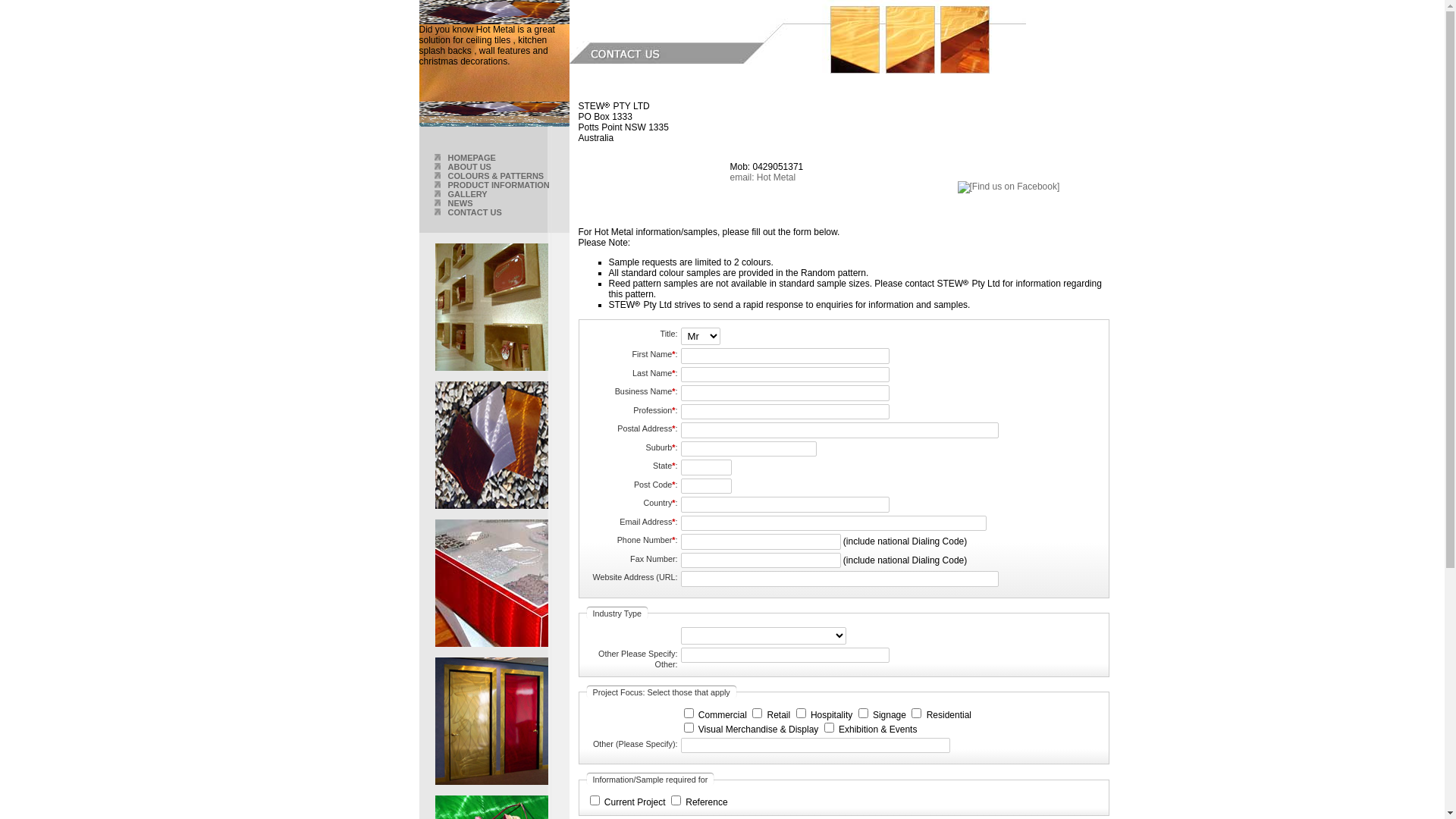  Describe the element at coordinates (495, 174) in the screenshot. I see `'COLOURS & PATTERNS'` at that location.